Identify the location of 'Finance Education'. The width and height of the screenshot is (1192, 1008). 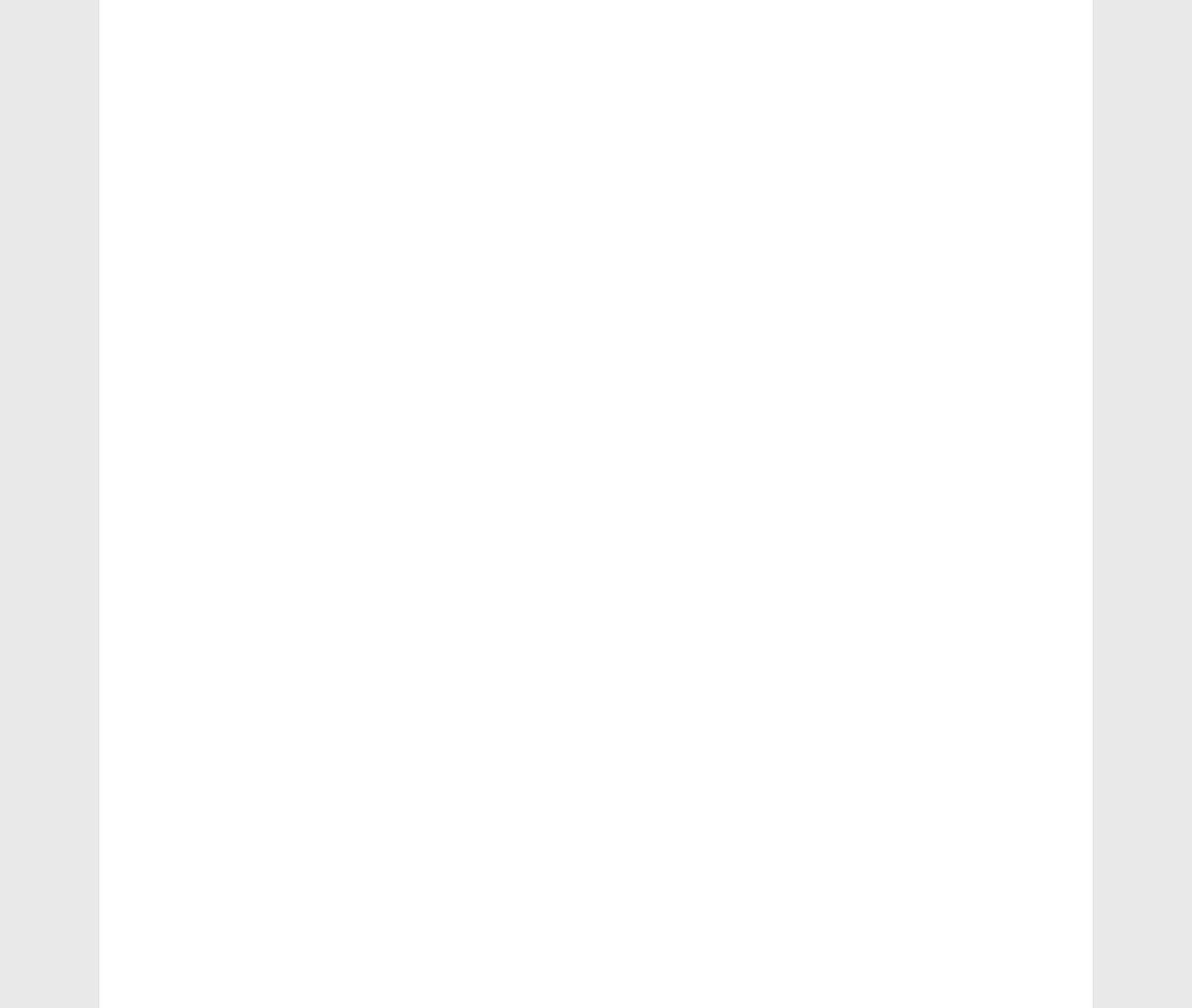
(911, 561).